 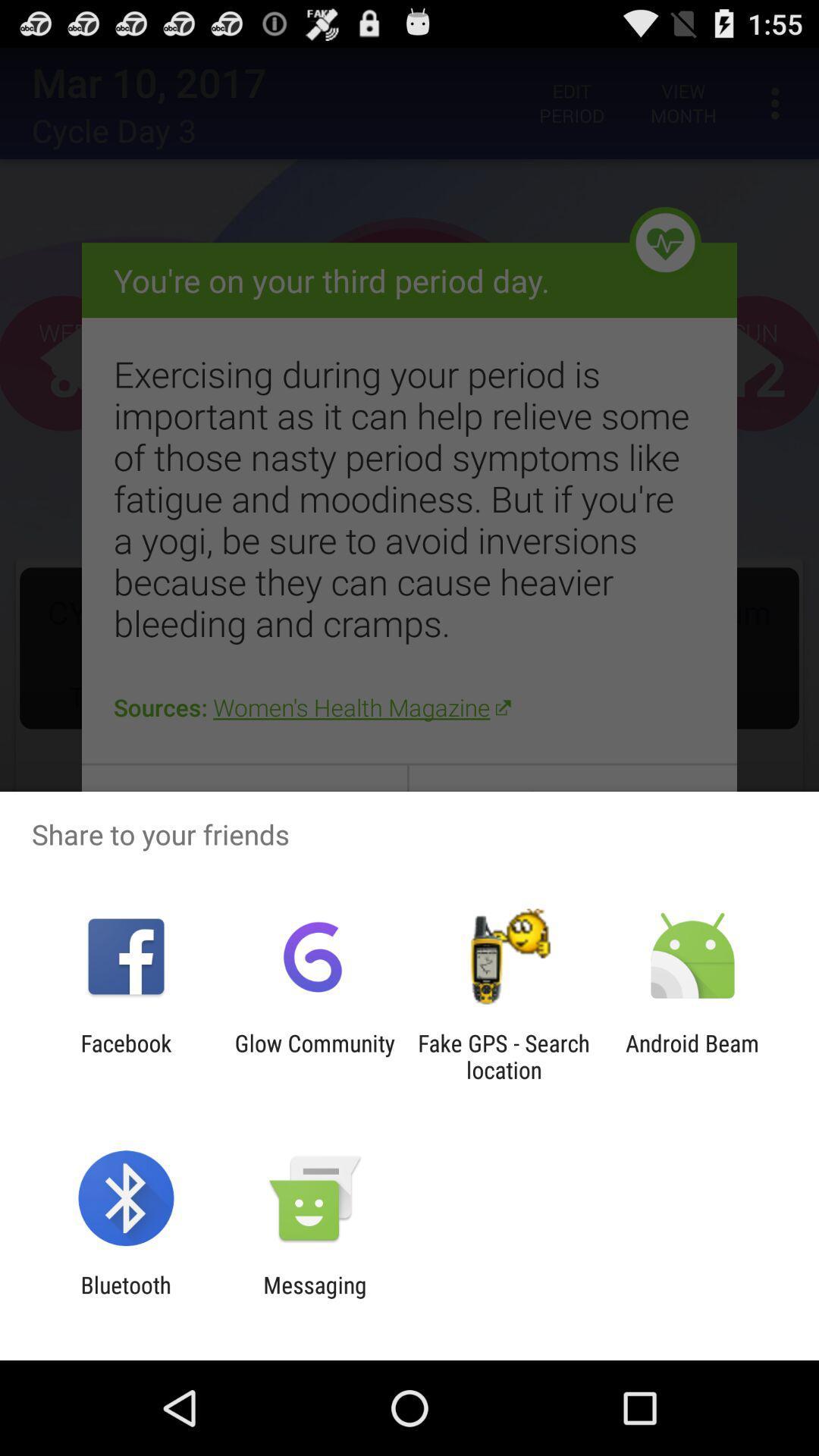 What do you see at coordinates (125, 1056) in the screenshot?
I see `the facebook item` at bounding box center [125, 1056].